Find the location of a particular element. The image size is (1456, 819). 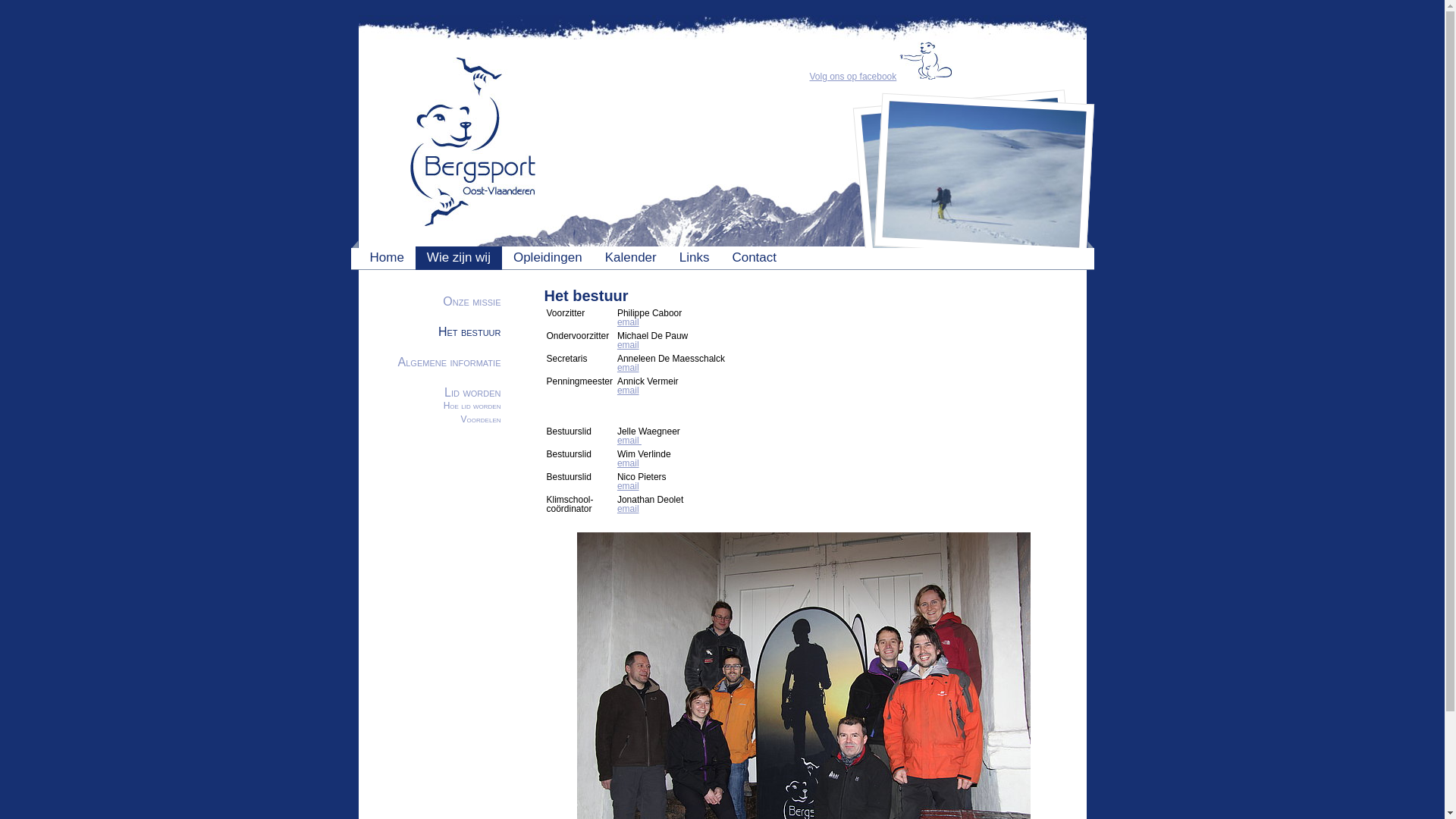

'Wie zijn wij' is located at coordinates (457, 256).